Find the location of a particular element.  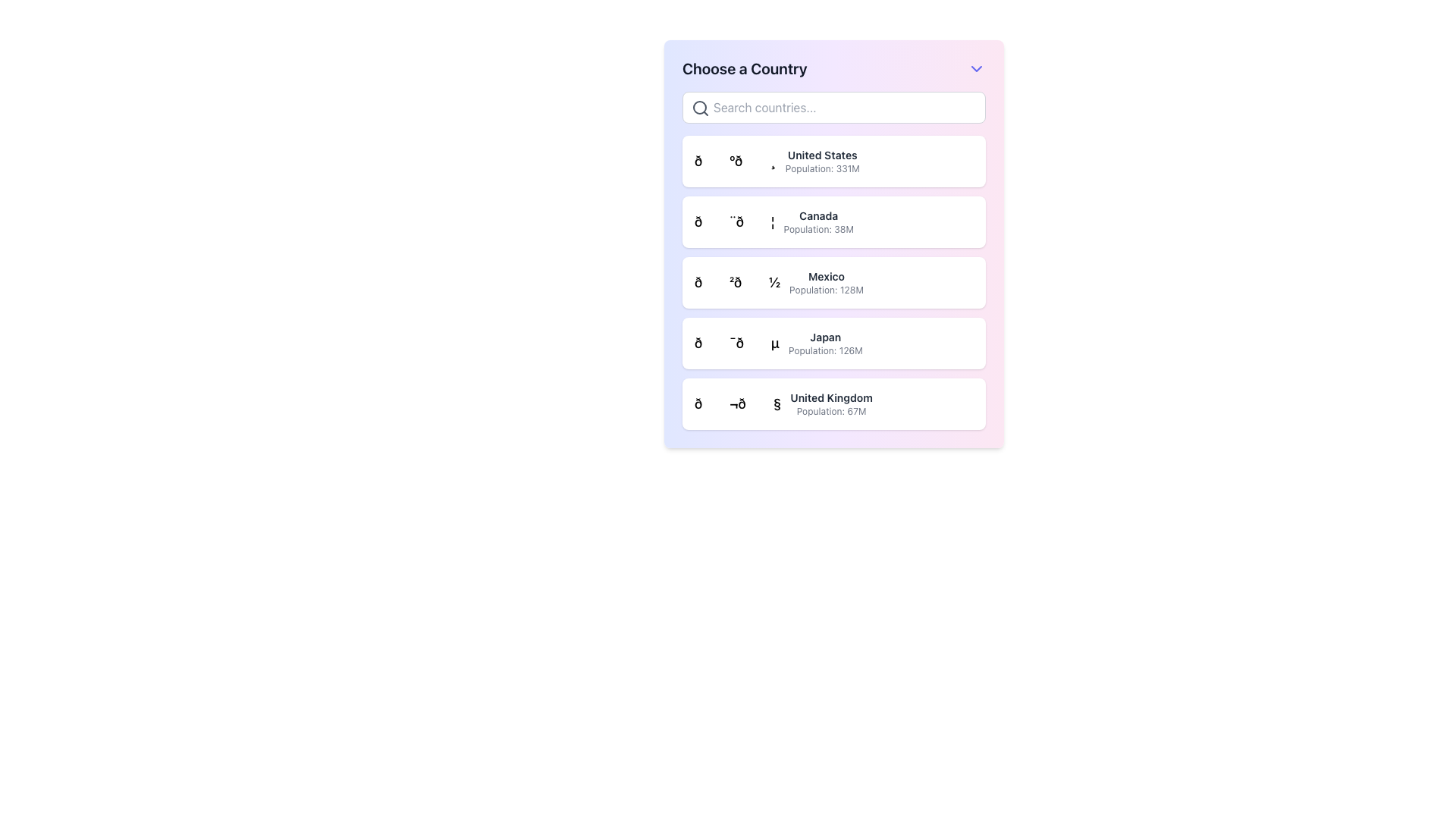

text label 'Canada' which is styled in bold, small size, and deep gray color, located in the second row of the country list above 'Population: 38M' is located at coordinates (817, 216).